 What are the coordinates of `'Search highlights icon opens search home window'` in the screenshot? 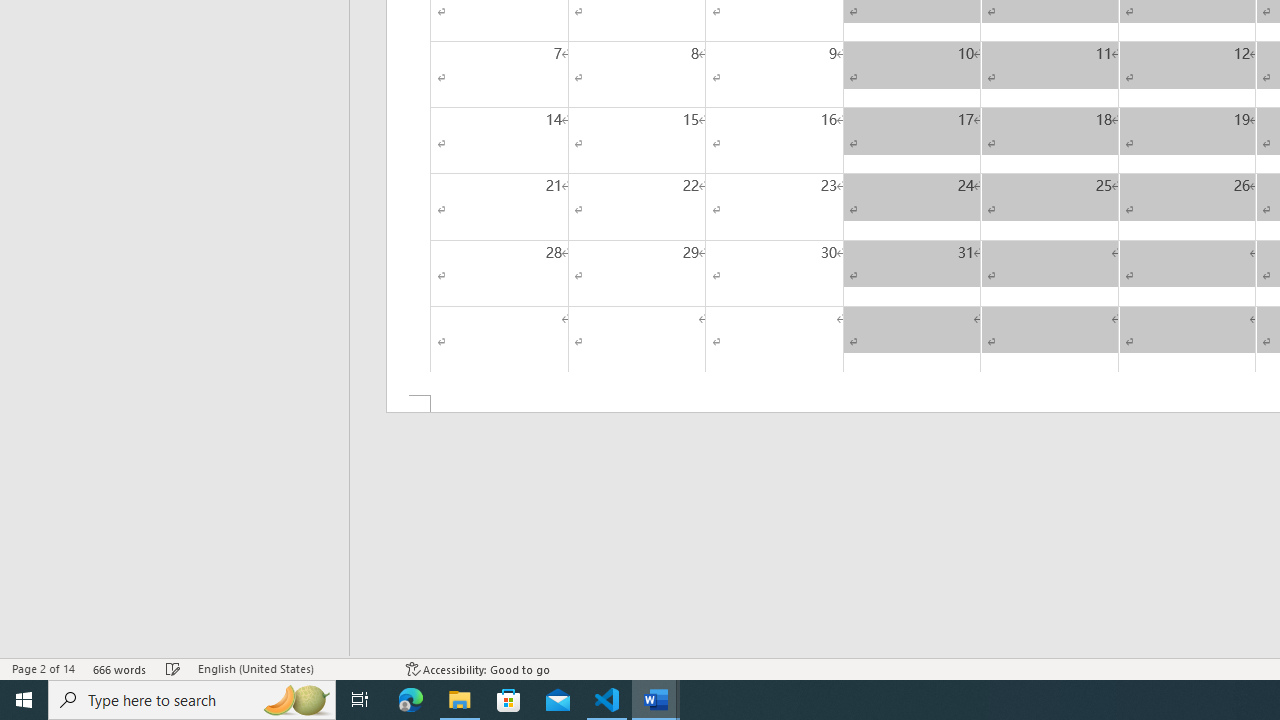 It's located at (294, 698).